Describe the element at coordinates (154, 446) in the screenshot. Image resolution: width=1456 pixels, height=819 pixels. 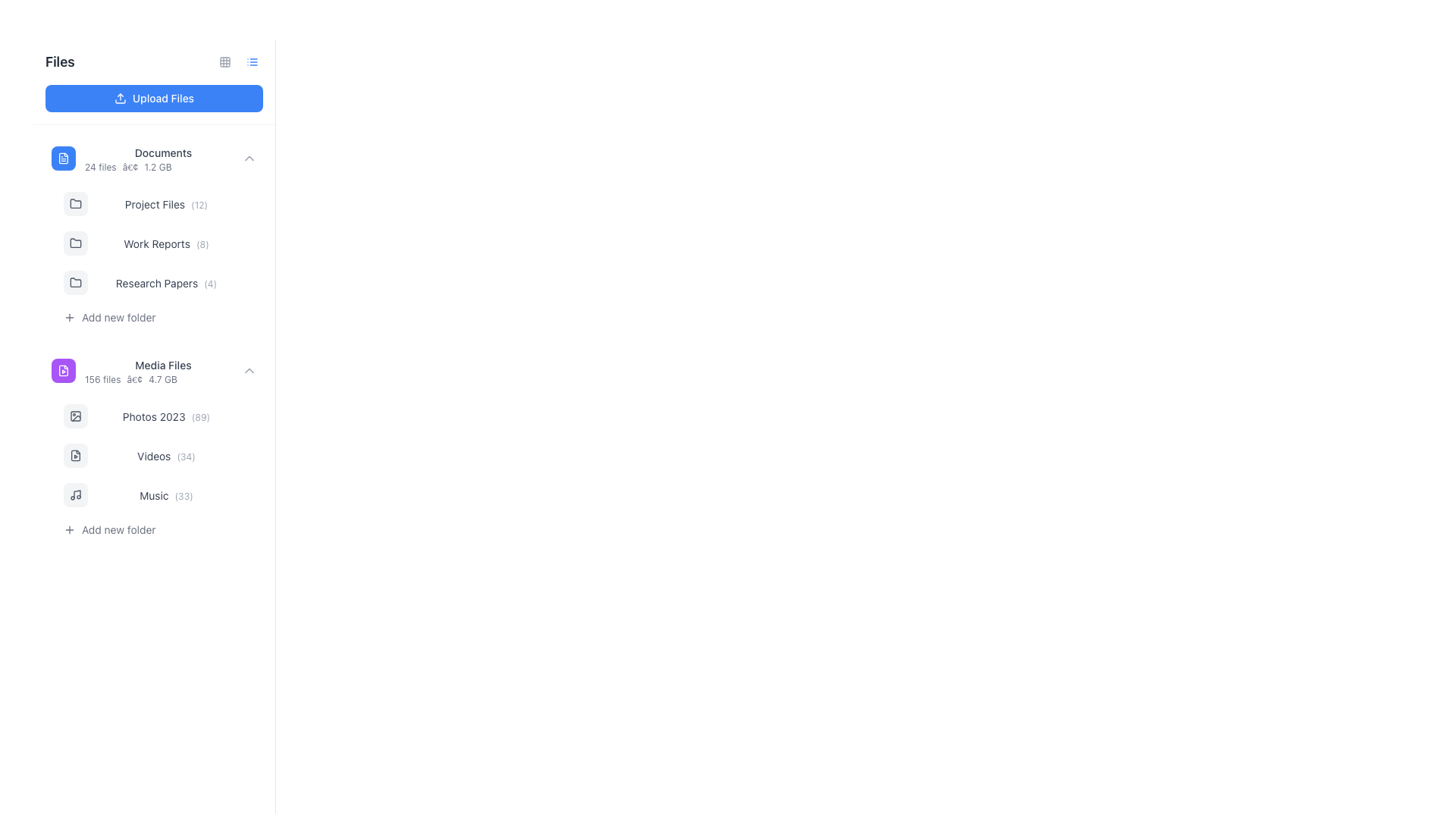
I see `the 'Videos' folder list item, which displays the count '(34)' and is located below the 'Photos 2023 (89)' folder and above the 'Music (33)' folder` at that location.